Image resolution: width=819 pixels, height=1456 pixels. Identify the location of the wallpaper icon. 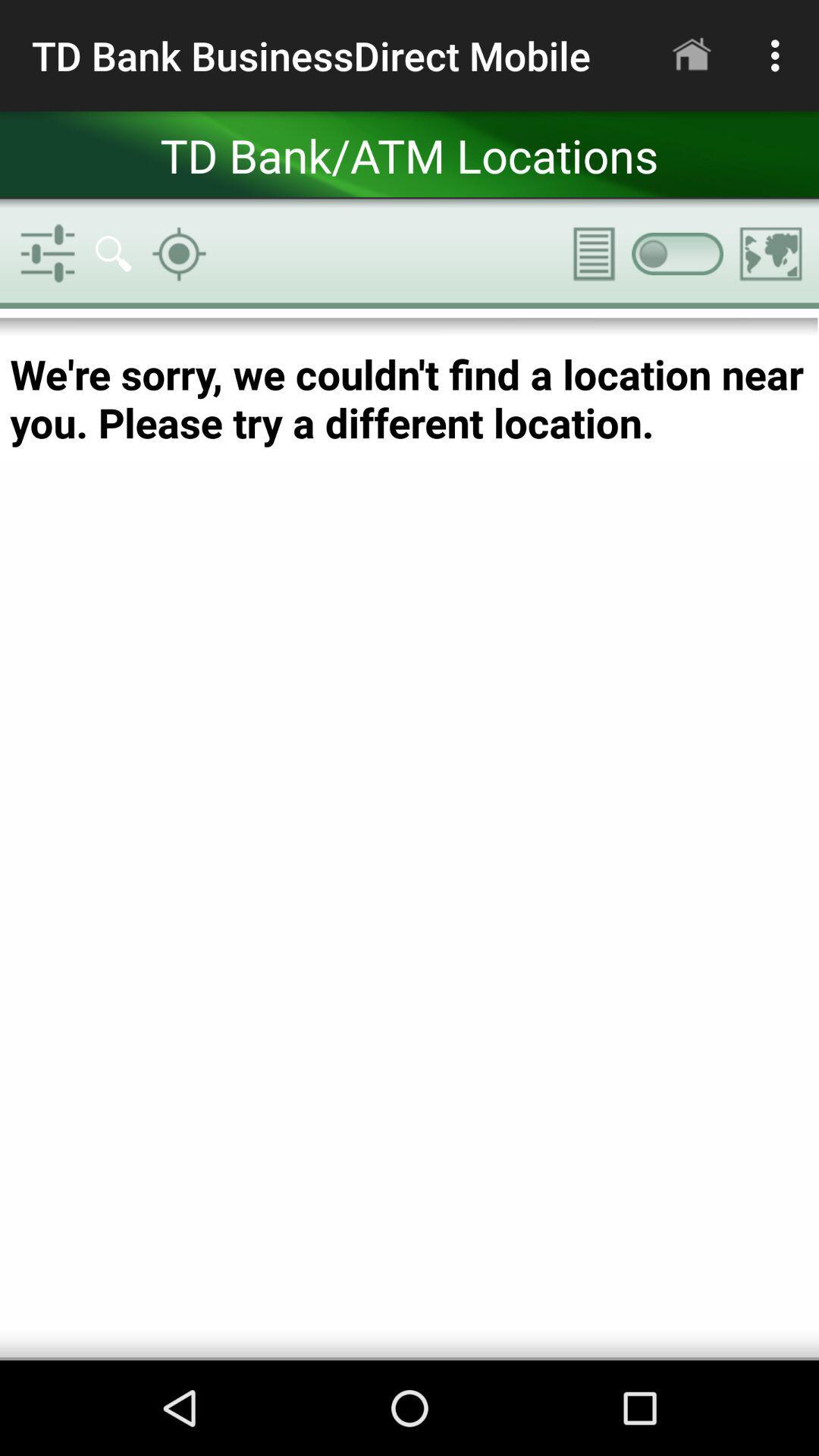
(771, 253).